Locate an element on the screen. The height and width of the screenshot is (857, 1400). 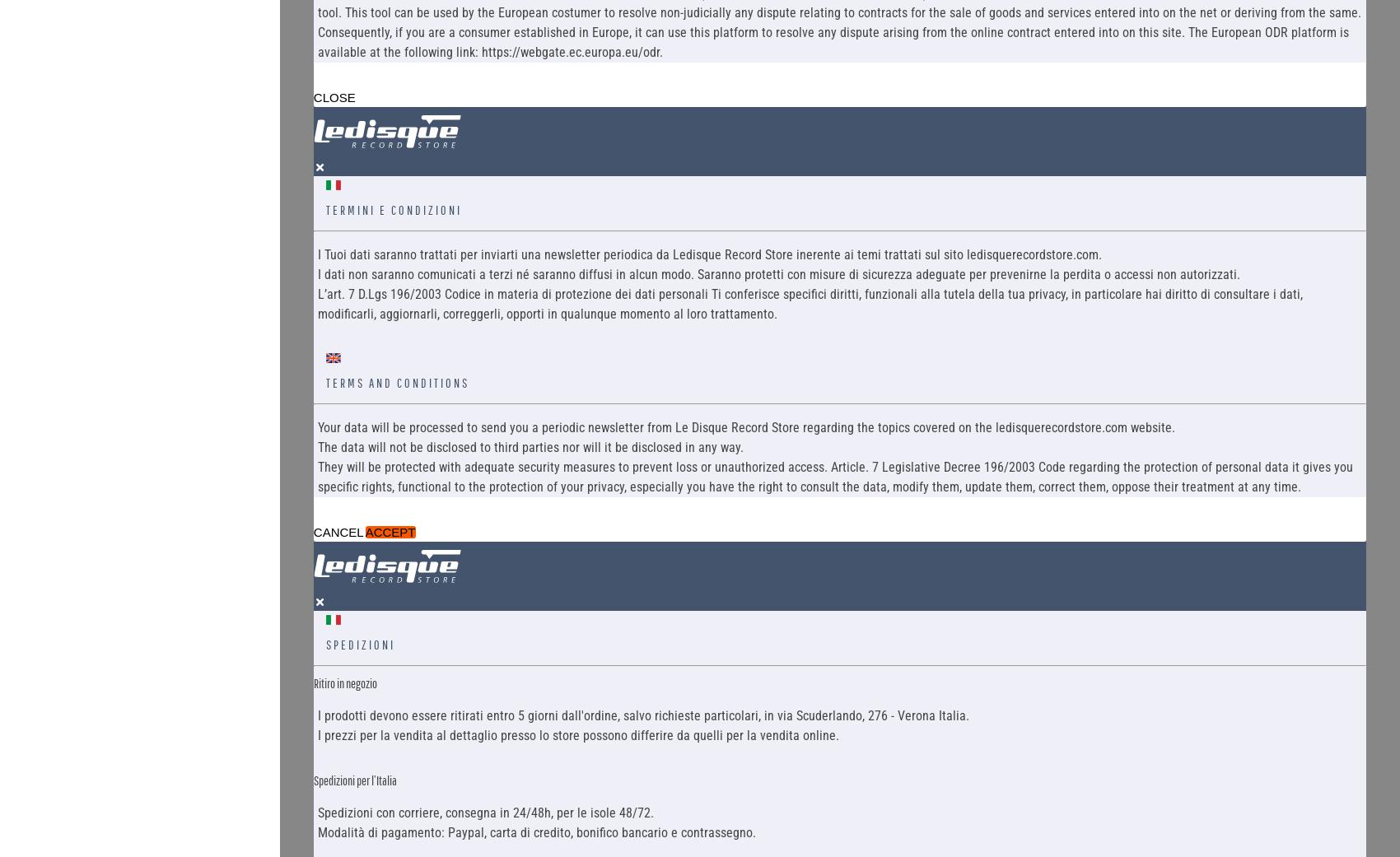
'Consequently, if you are a consumer established in Europe, it can use this platform to resolve any dispute arising from the online contract entered into on this site. The European ODR platform is available
at the following link: https://webgate.ec.europa.eu/odr.' is located at coordinates (831, 40).